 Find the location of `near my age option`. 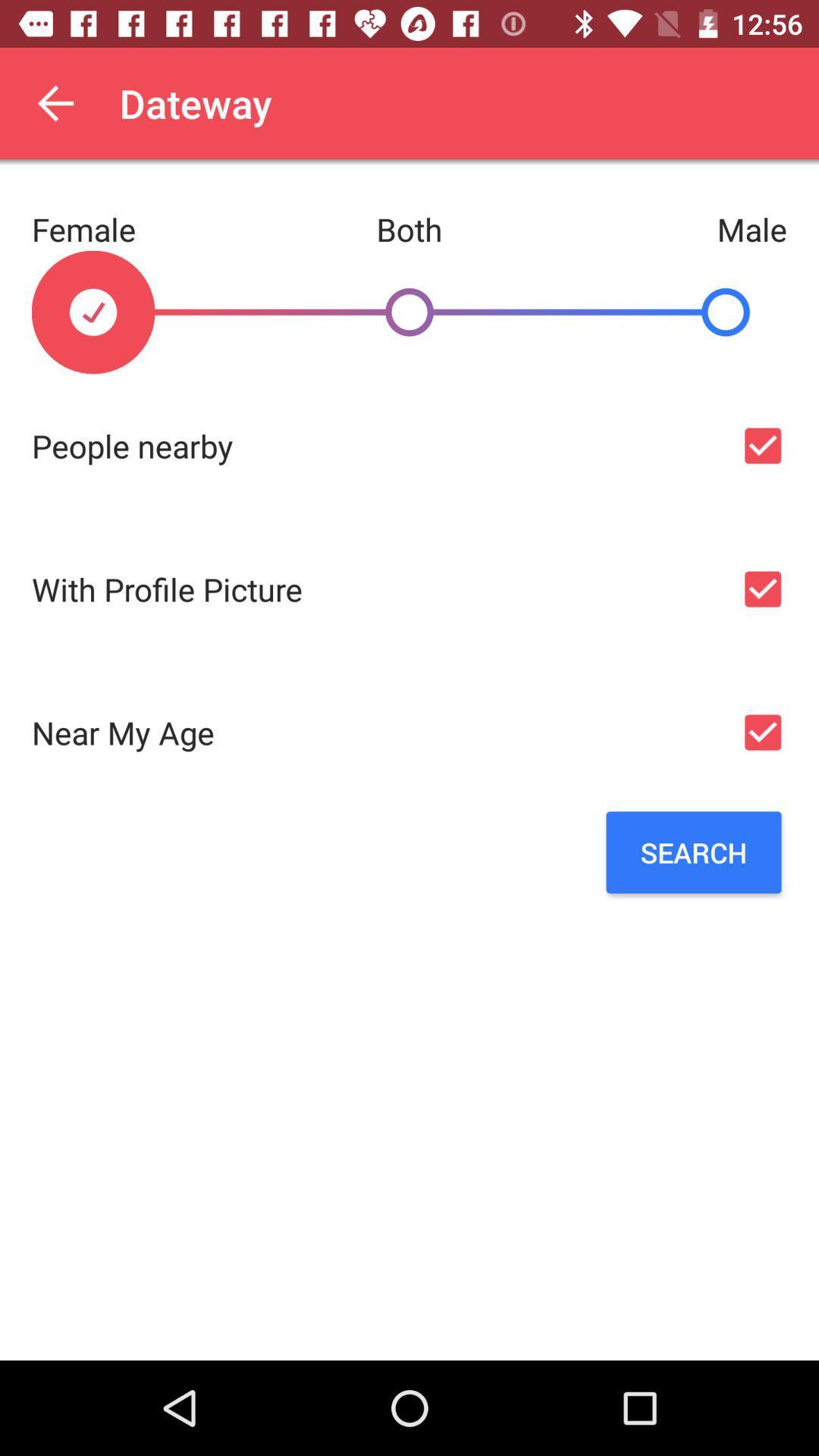

near my age option is located at coordinates (762, 732).